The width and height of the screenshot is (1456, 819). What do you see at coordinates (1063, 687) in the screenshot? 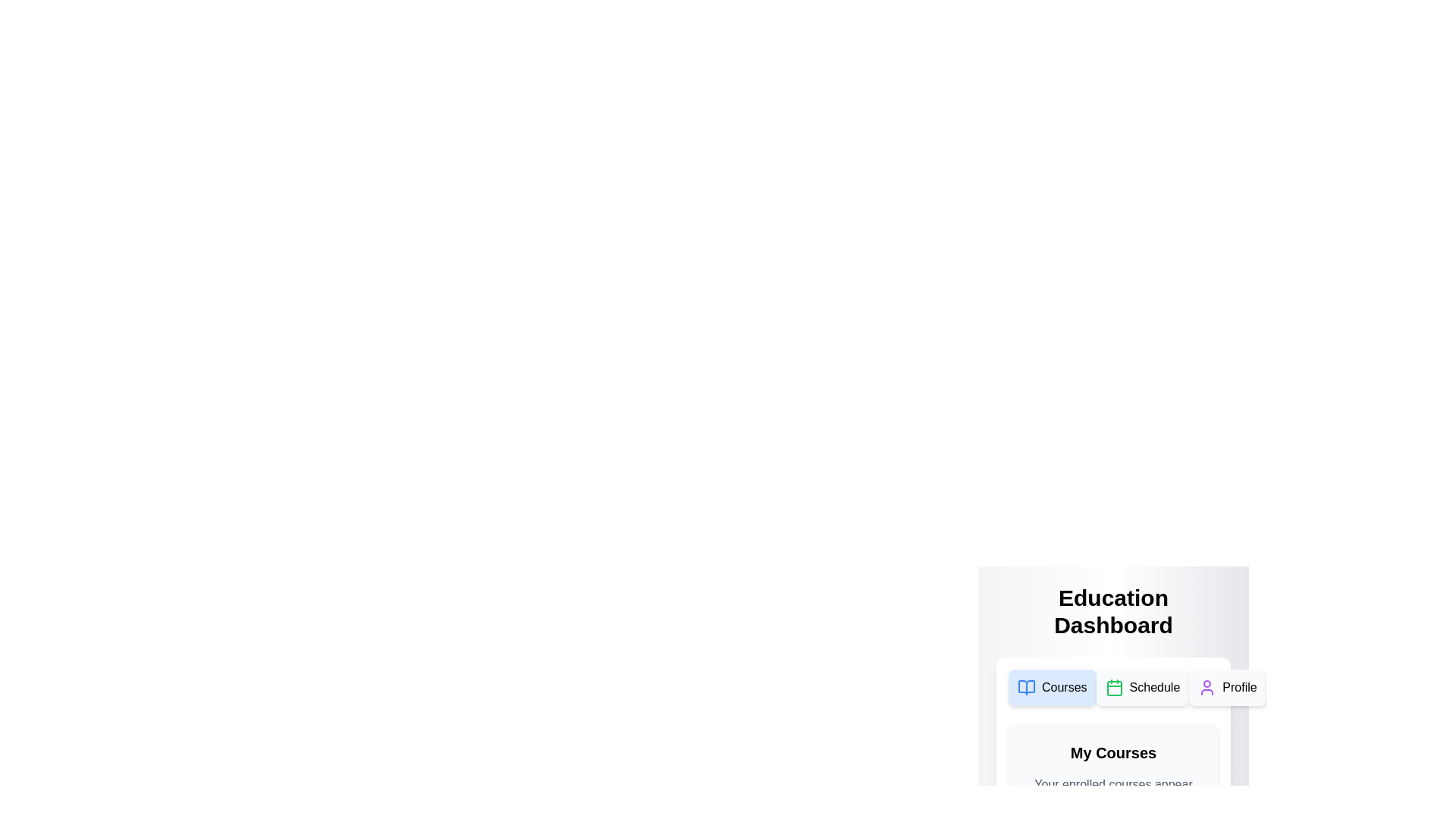
I see `text label displaying 'Courses' located inside a button, positioned to the right of an open book icon in a row of interactive buttons` at bounding box center [1063, 687].